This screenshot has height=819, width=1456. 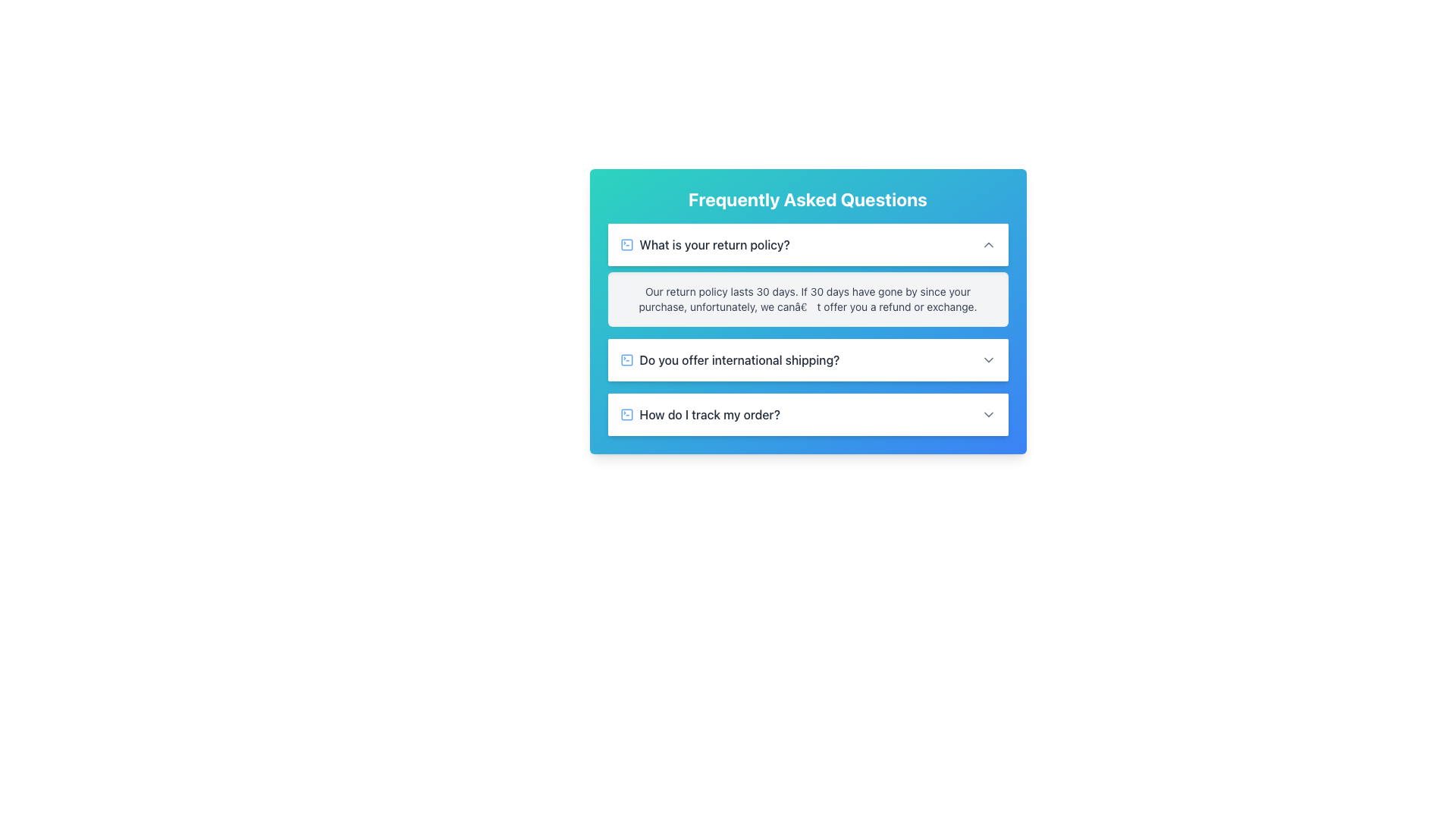 I want to click on displayed information from the Text Display Field located below the FAQ question 'What is your return policy?', so click(x=807, y=329).